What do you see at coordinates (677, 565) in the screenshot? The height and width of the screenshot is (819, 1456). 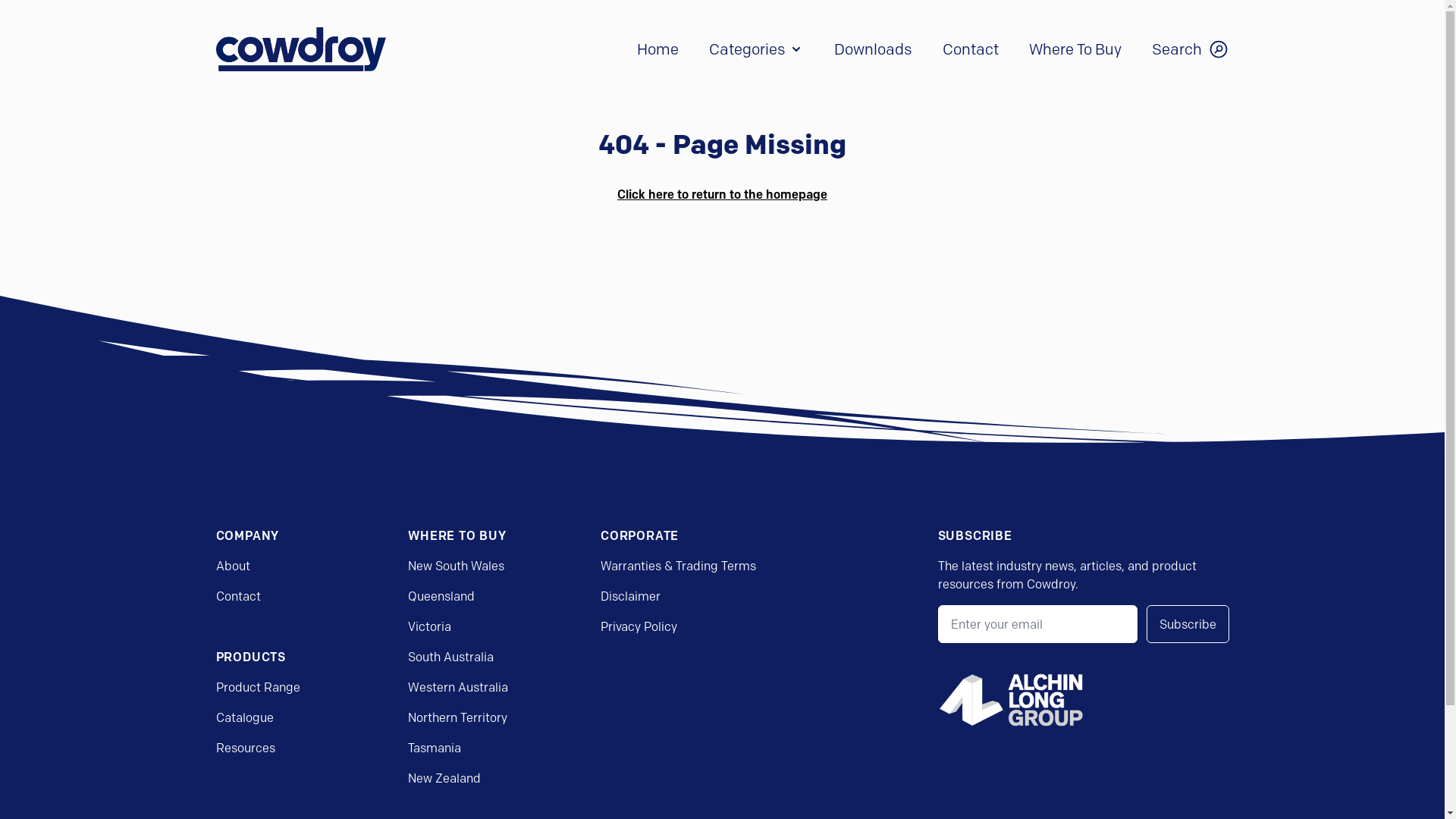 I see `'Warranties & Trading Terms'` at bounding box center [677, 565].